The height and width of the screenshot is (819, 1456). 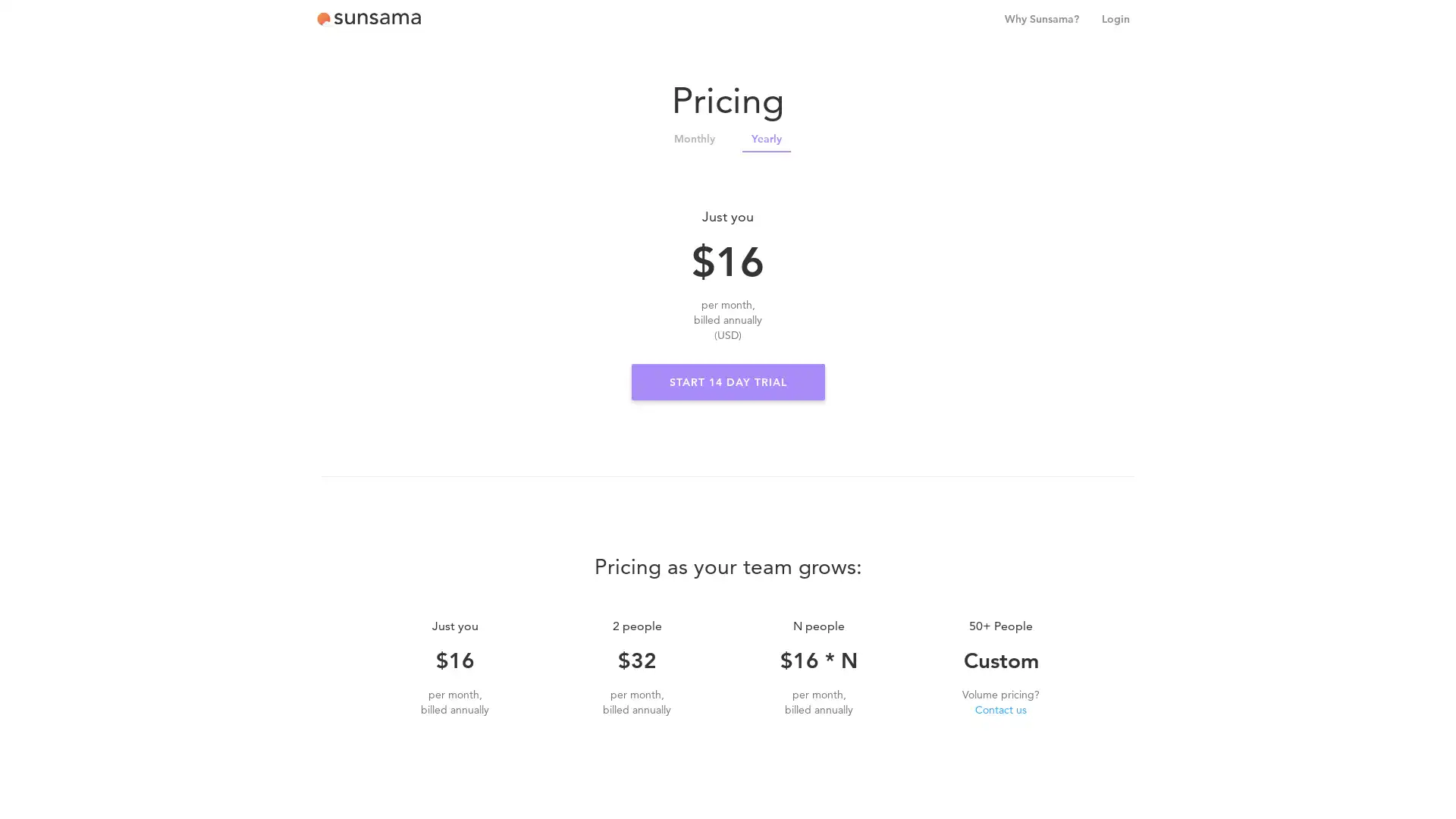 What do you see at coordinates (726, 381) in the screenshot?
I see `START 14 DAY TRIAL` at bounding box center [726, 381].